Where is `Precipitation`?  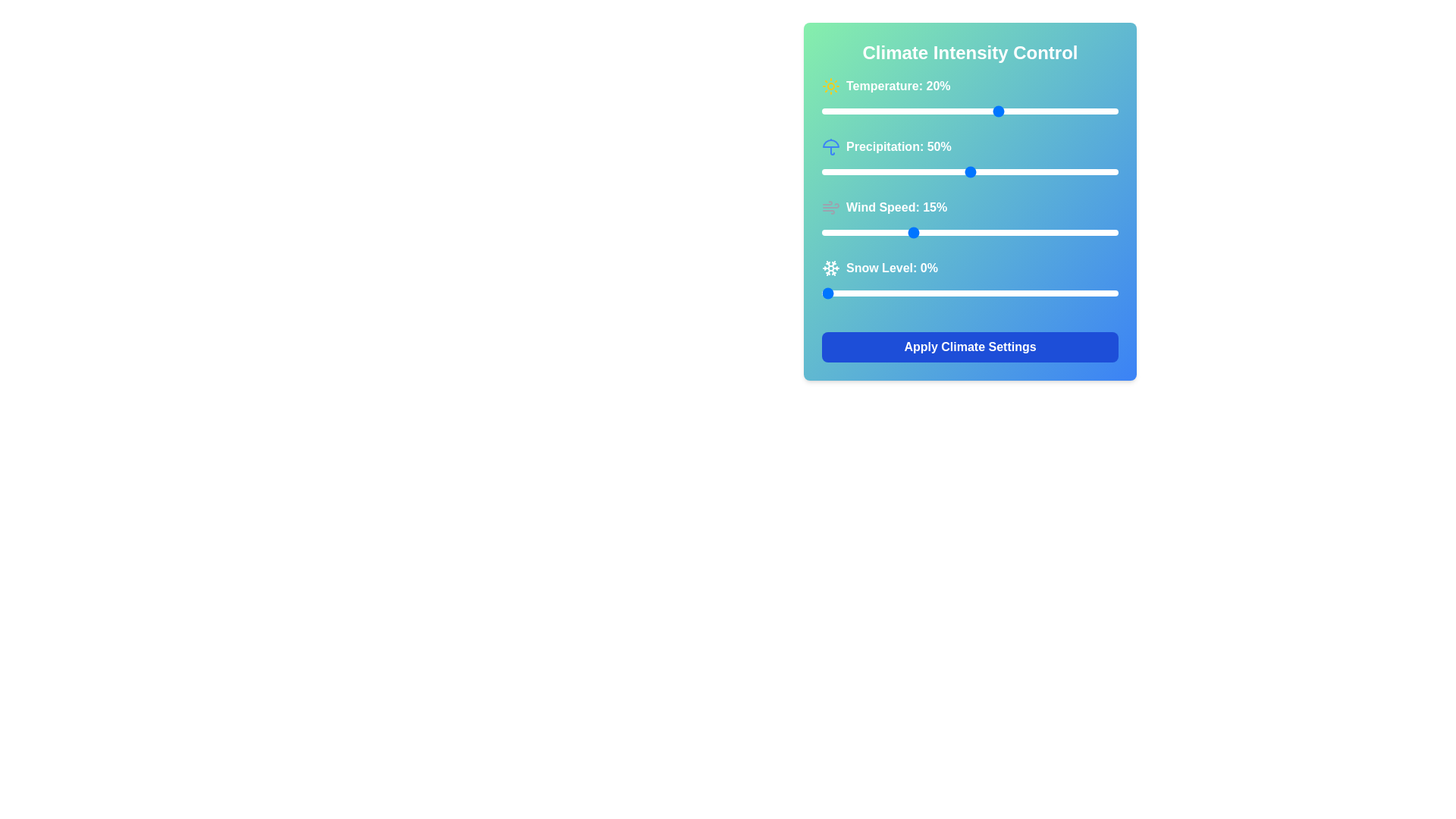
Precipitation is located at coordinates (845, 171).